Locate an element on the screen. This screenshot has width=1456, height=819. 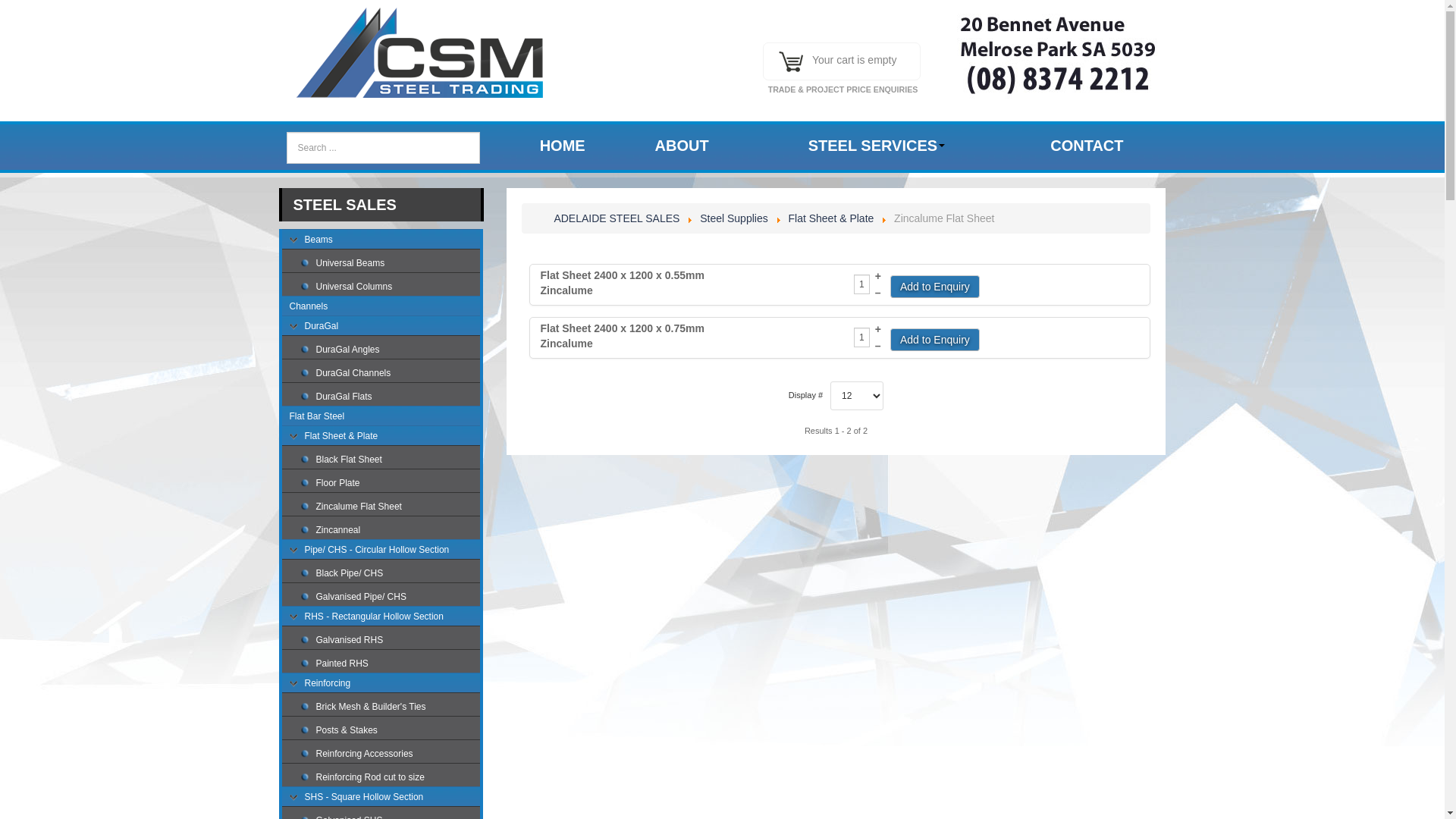
'Steel Supplies' is located at coordinates (734, 218).